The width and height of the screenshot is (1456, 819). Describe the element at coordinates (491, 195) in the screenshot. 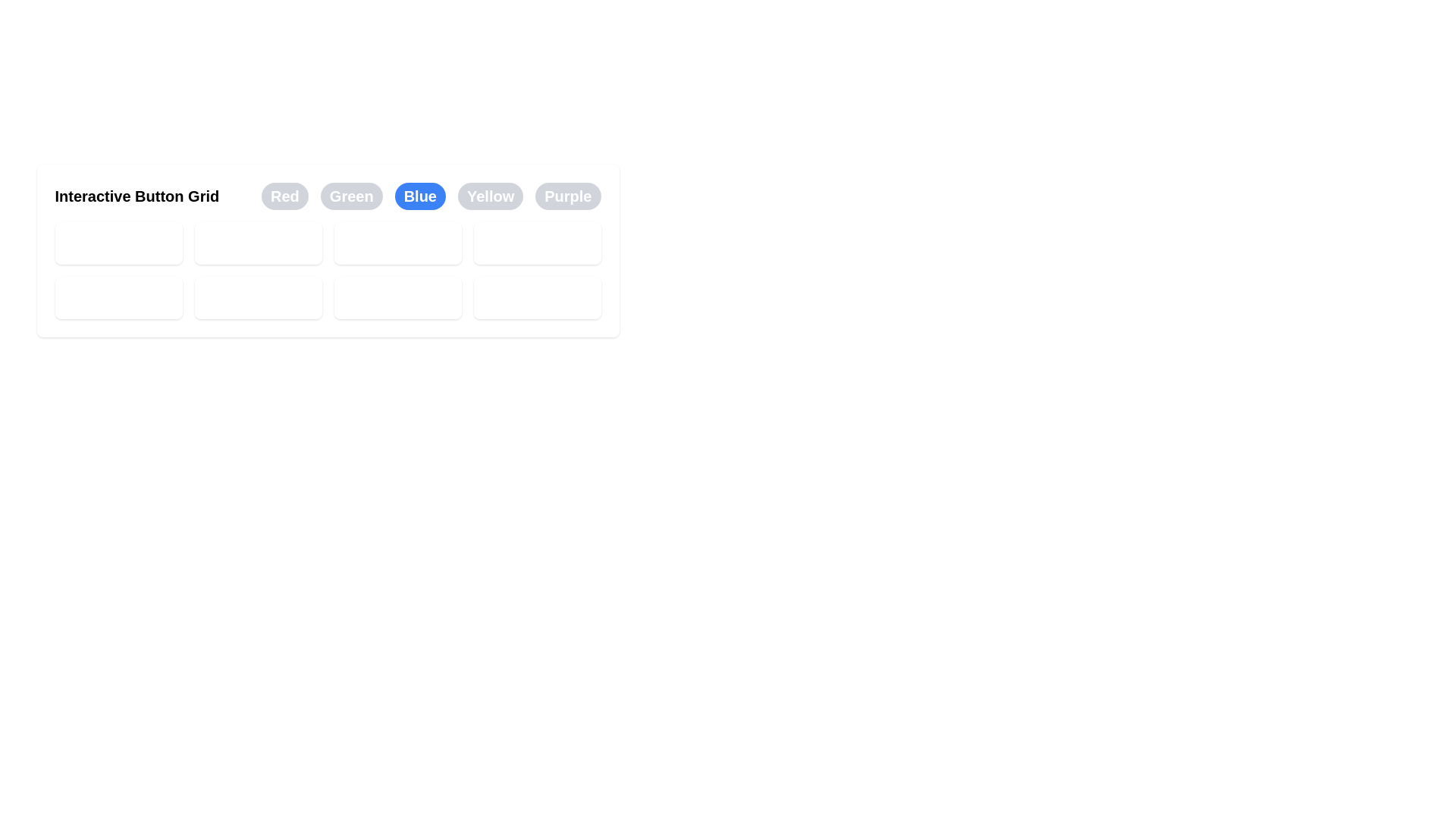

I see `the capsule-shaped button labeled 'Yellow'` at that location.